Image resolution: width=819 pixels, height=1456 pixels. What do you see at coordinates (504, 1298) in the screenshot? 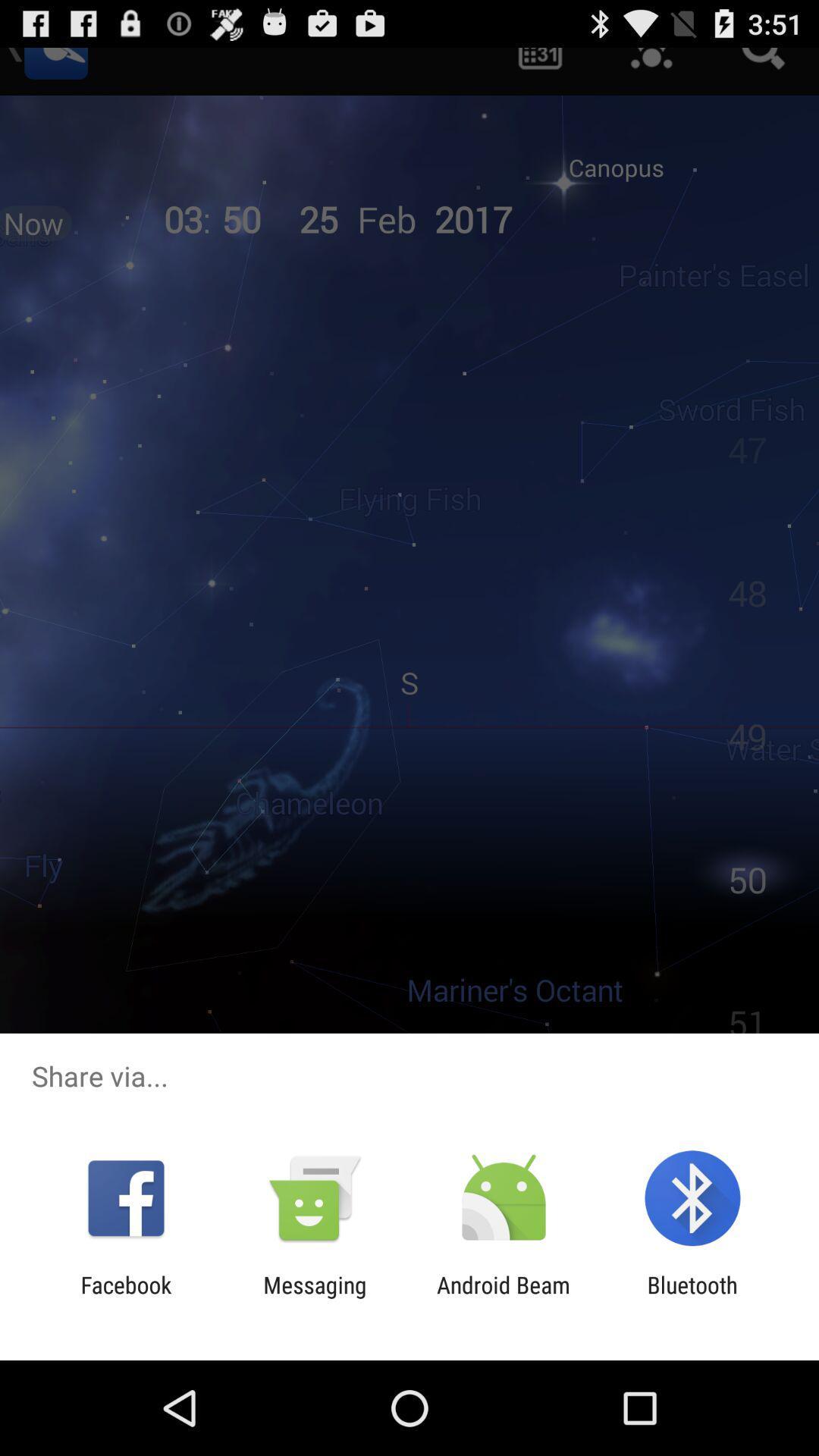
I see `the app next to the bluetooth icon` at bounding box center [504, 1298].